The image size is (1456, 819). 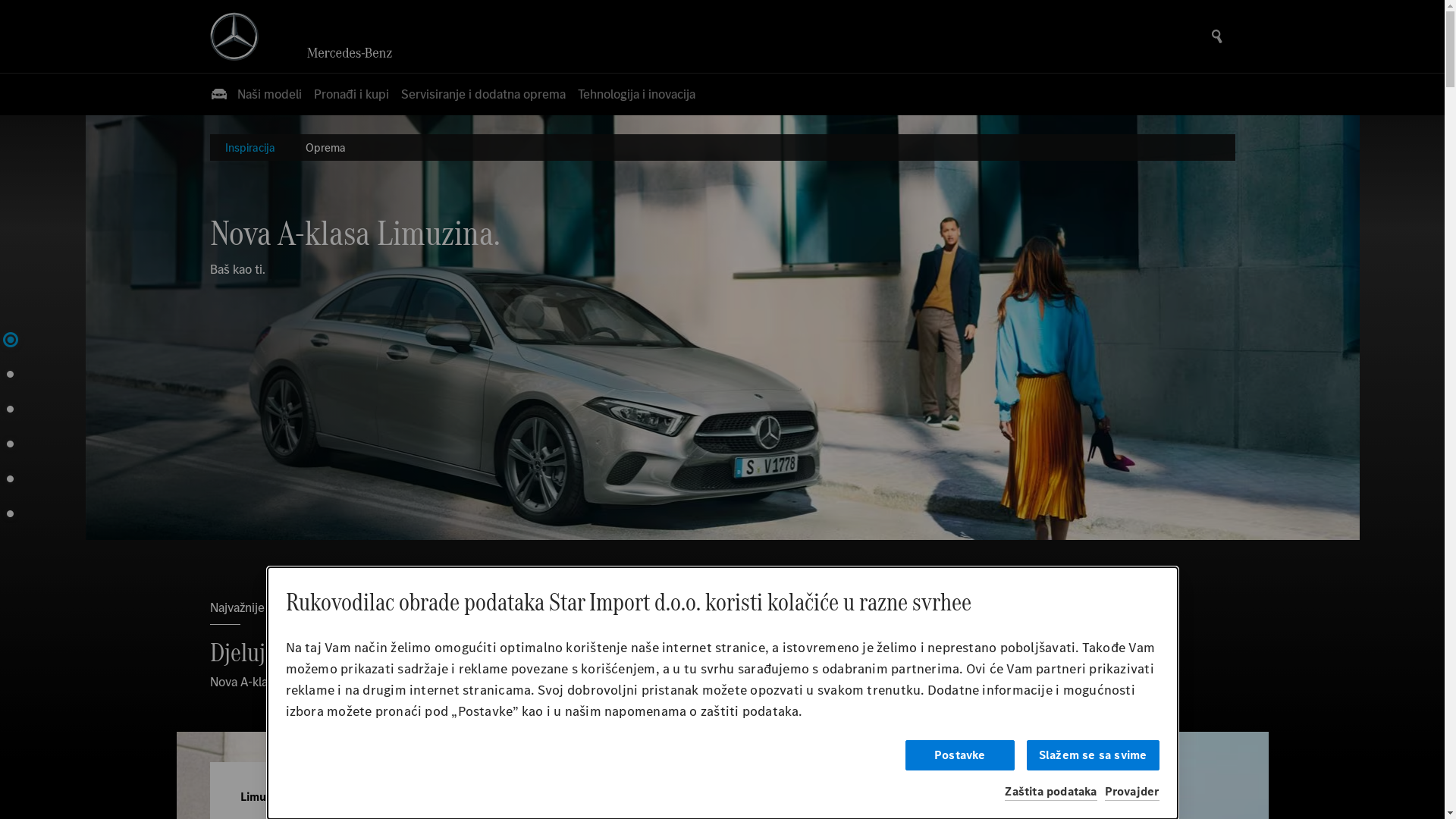 I want to click on 'Oprema', so click(x=304, y=147).